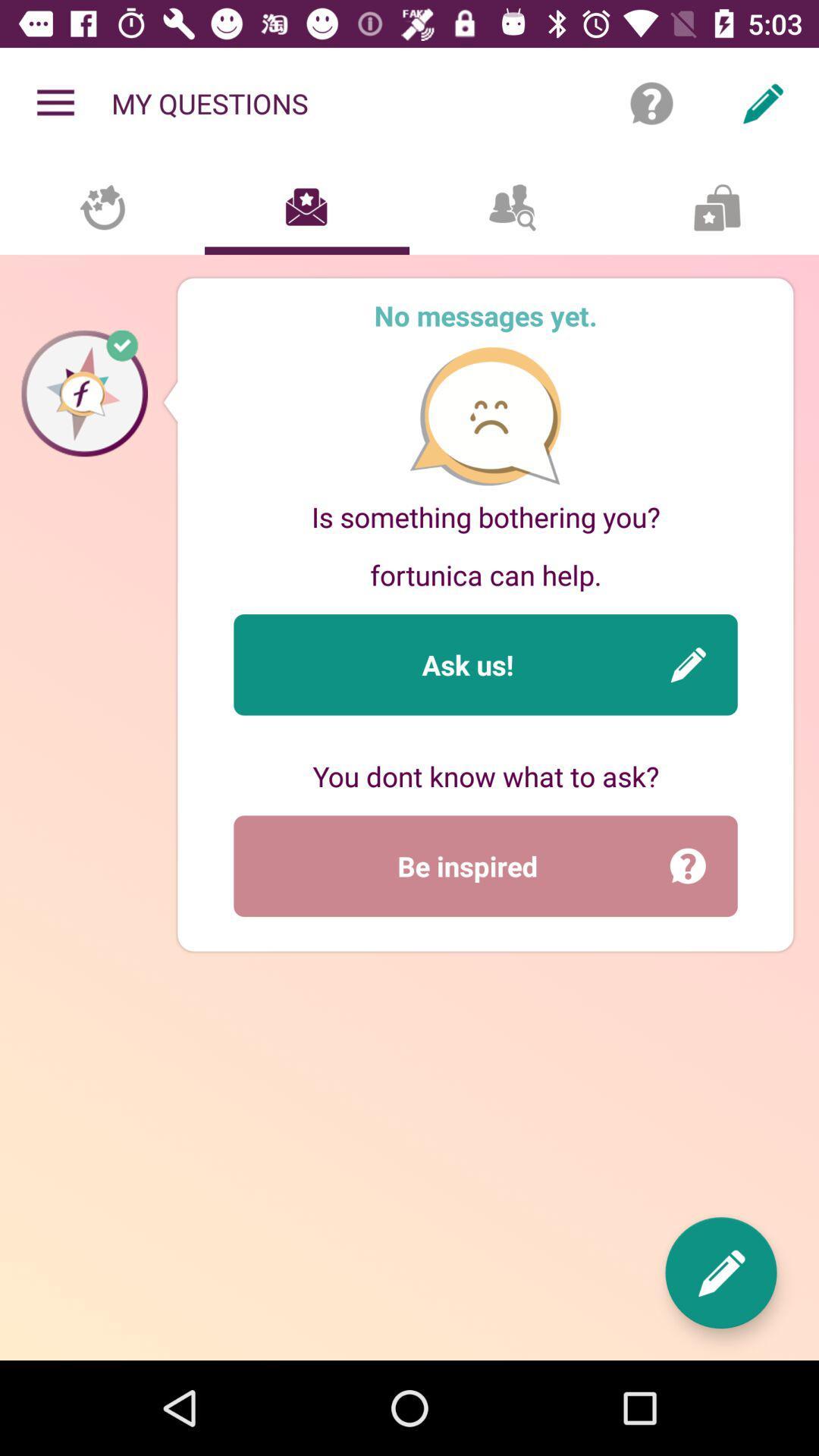  What do you see at coordinates (720, 1272) in the screenshot?
I see `the item at the bottom right corner` at bounding box center [720, 1272].